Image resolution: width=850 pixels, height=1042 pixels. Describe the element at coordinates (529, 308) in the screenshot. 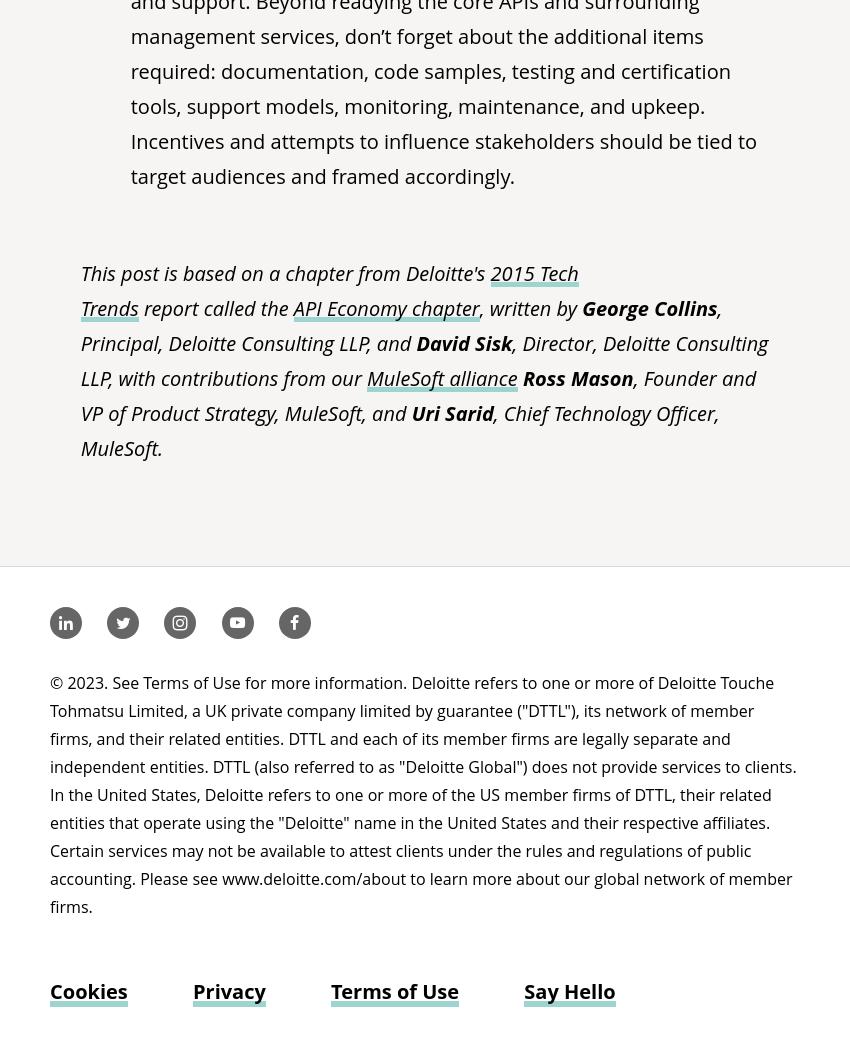

I see `', written by'` at that location.